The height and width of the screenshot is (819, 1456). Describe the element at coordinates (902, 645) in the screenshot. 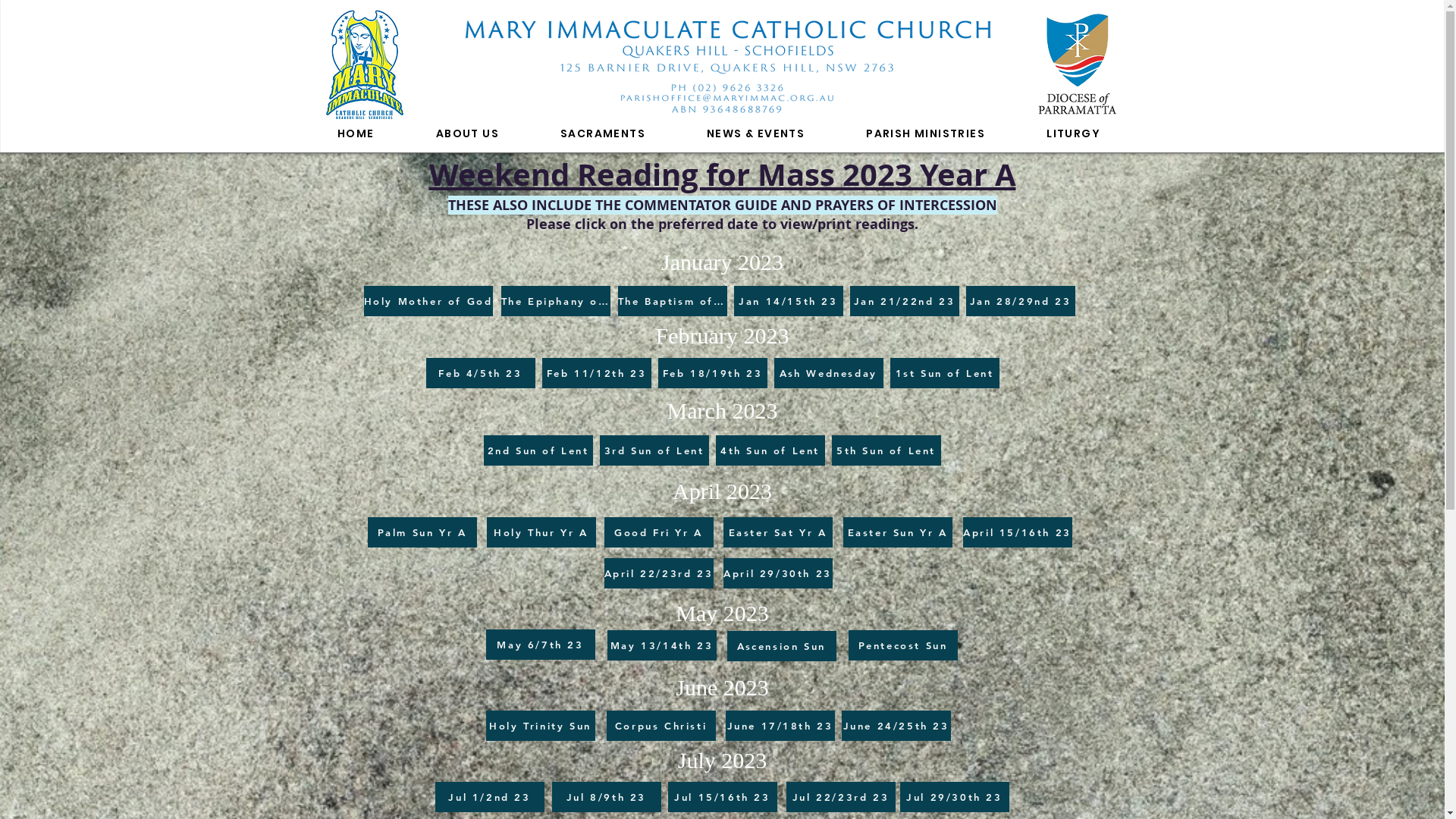

I see `'Pentecost Sun'` at that location.